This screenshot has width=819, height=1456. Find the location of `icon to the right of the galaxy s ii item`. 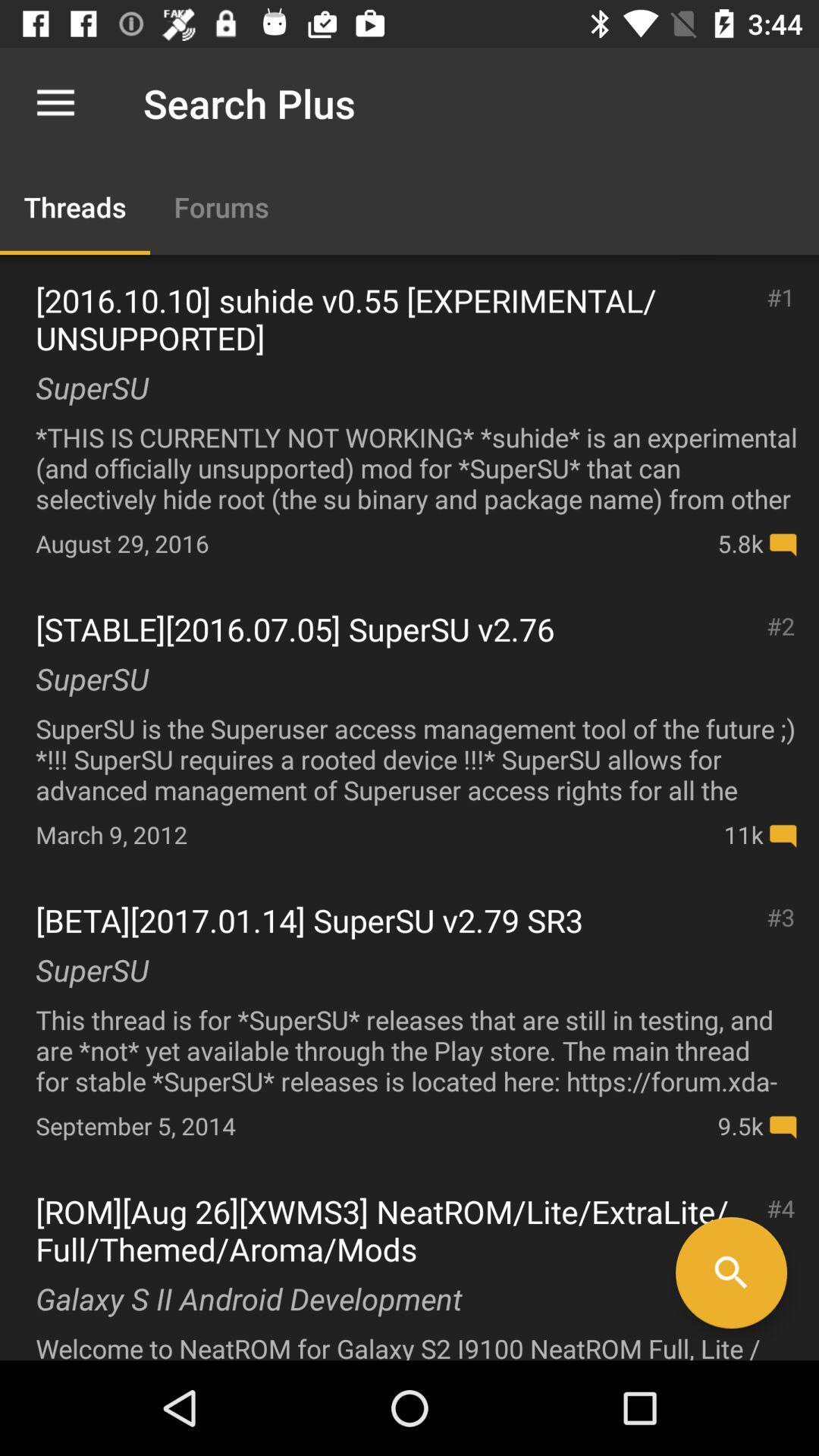

icon to the right of the galaxy s ii item is located at coordinates (730, 1272).